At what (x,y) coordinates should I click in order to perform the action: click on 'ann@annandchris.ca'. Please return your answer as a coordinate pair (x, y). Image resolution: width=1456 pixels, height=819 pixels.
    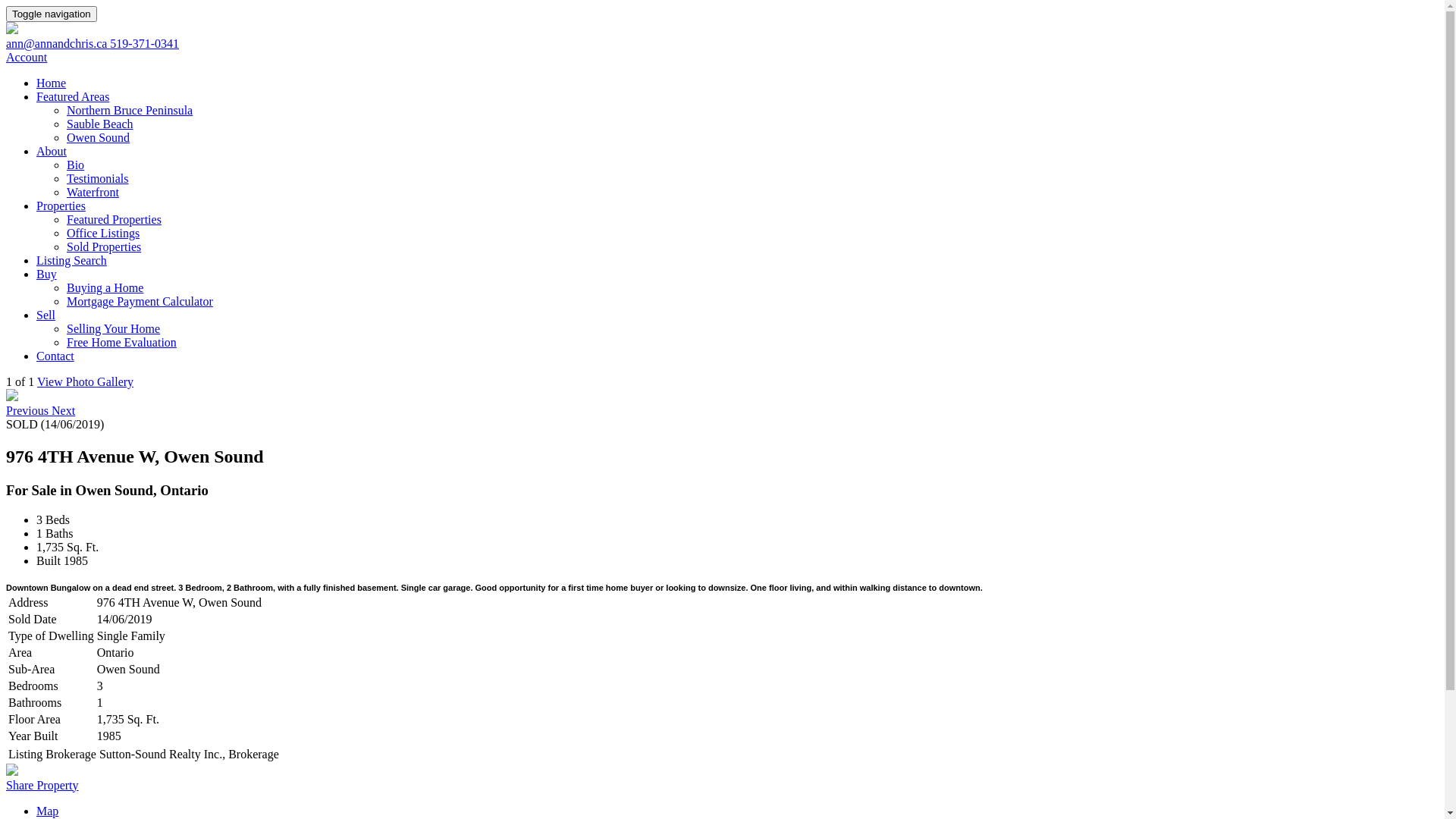
    Looking at the image, I should click on (58, 42).